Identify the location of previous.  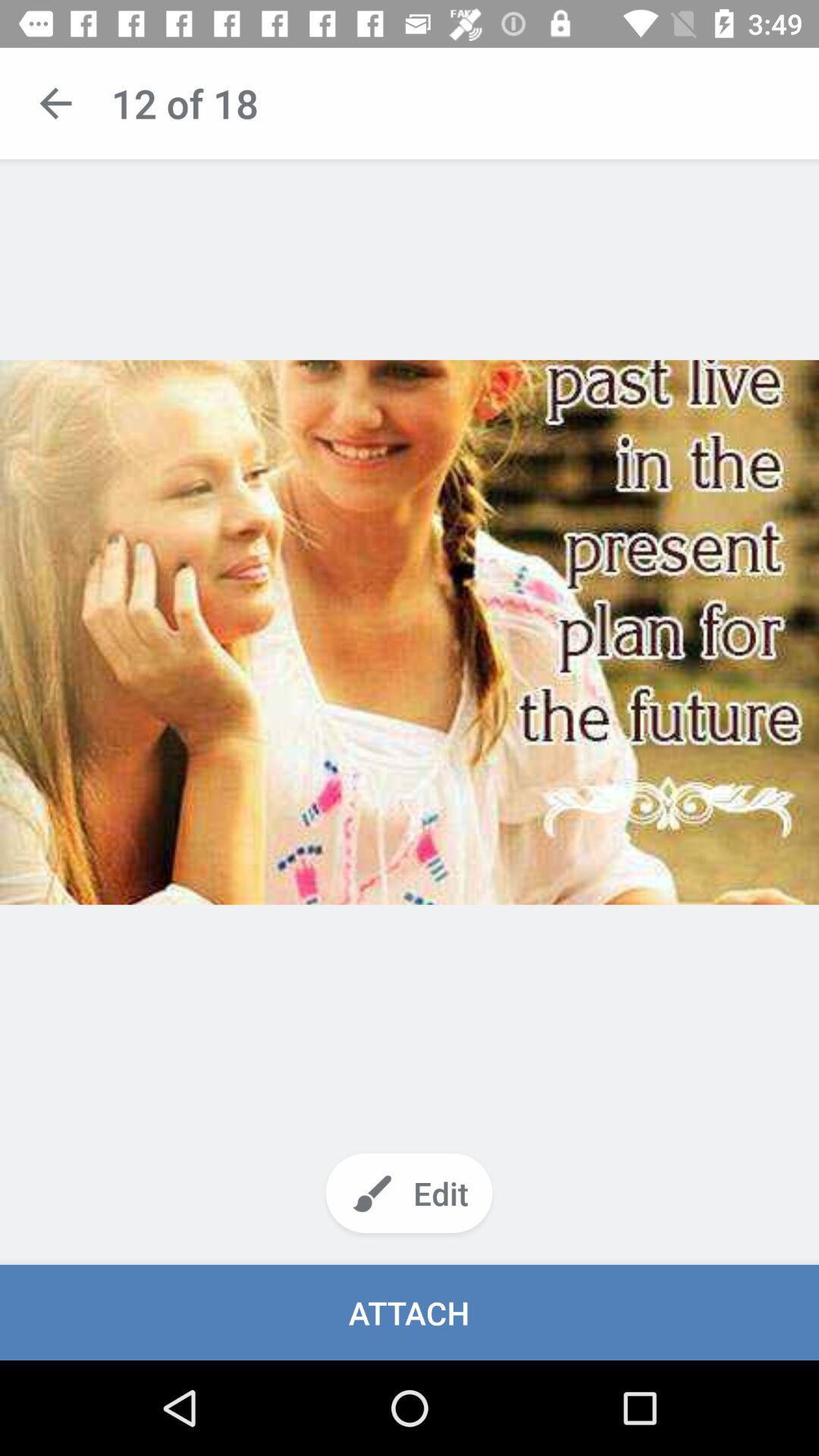
(55, 102).